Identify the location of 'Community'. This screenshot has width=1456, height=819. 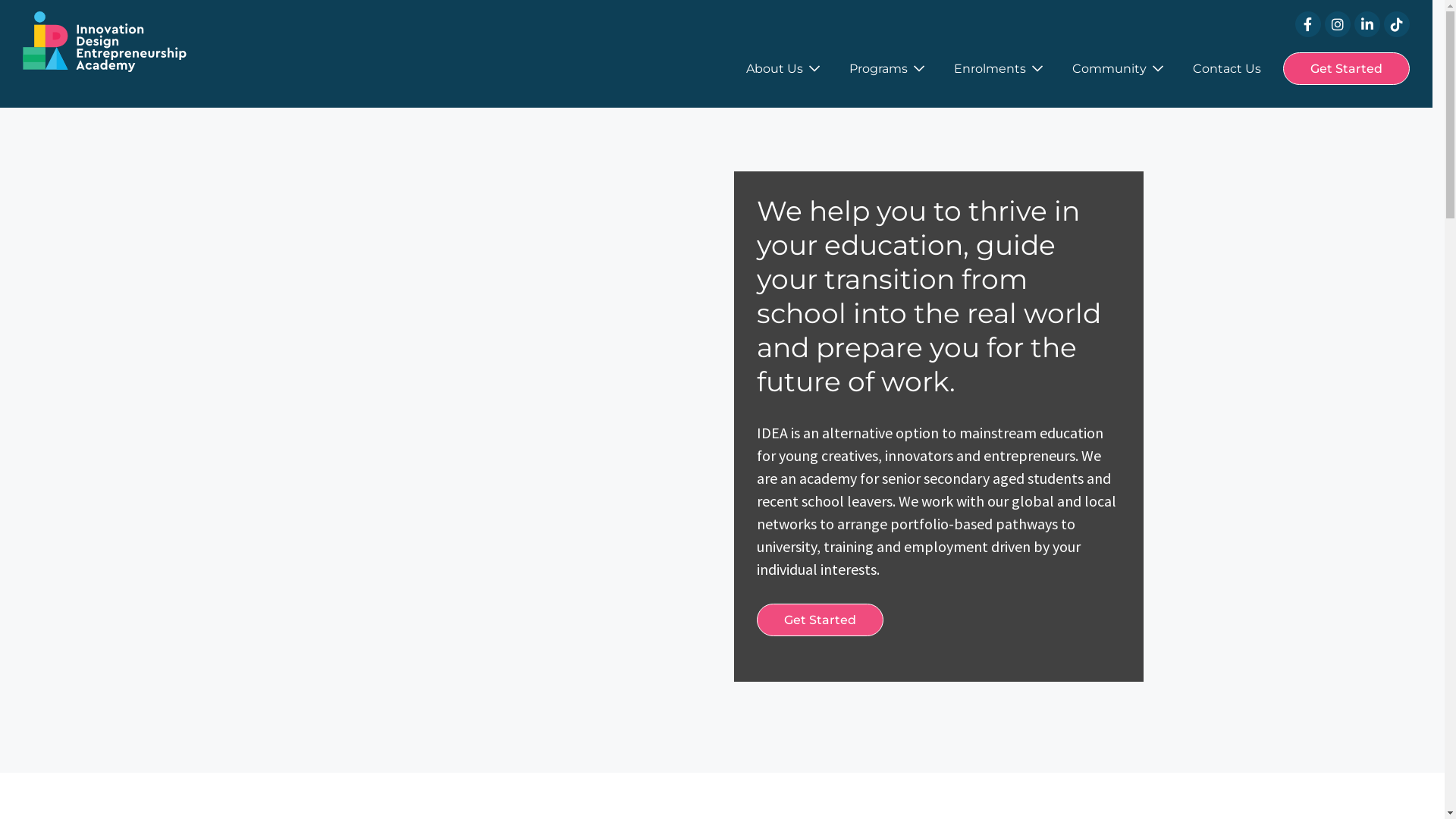
(1072, 68).